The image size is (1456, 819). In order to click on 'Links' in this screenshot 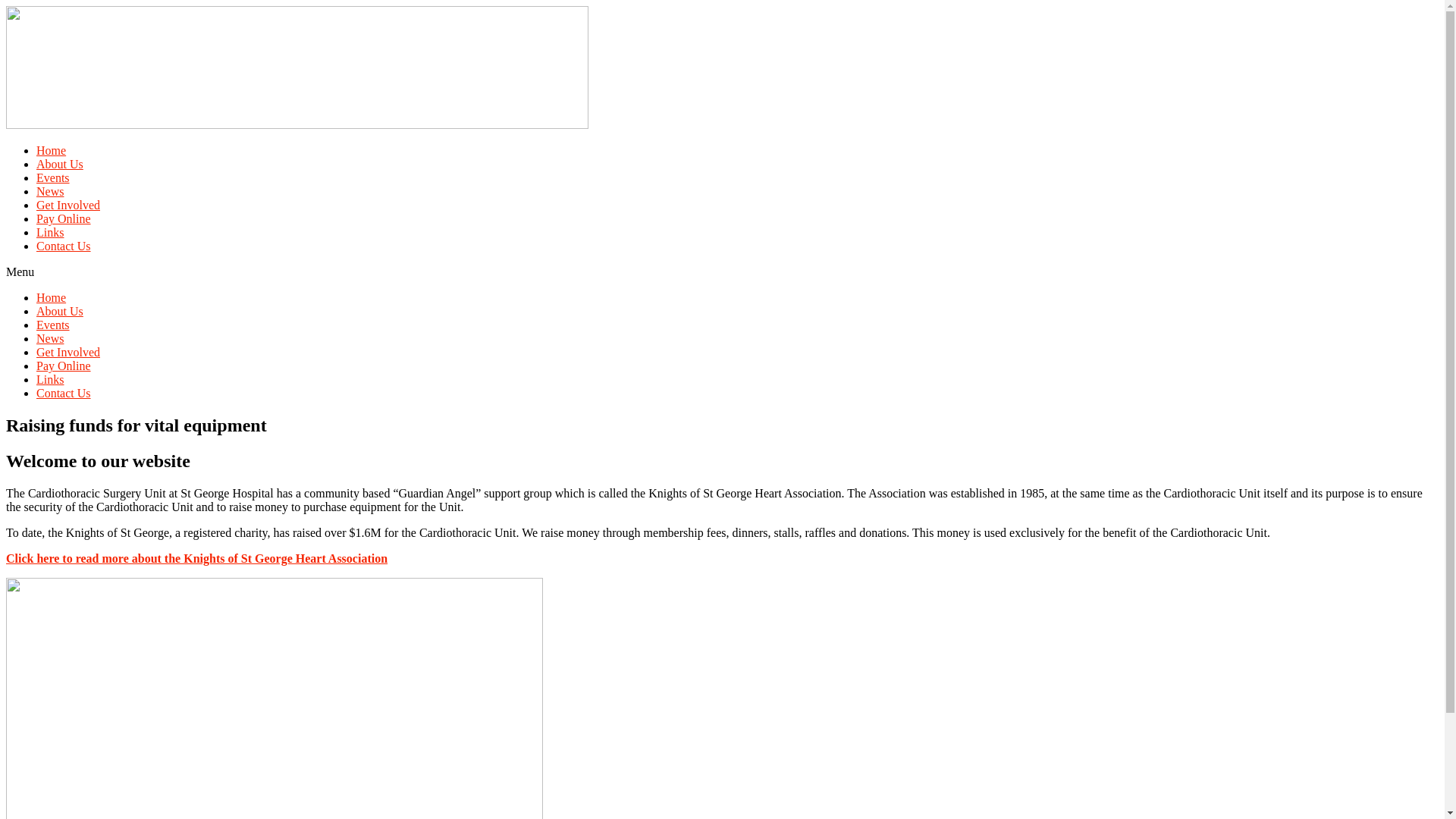, I will do `click(50, 232)`.